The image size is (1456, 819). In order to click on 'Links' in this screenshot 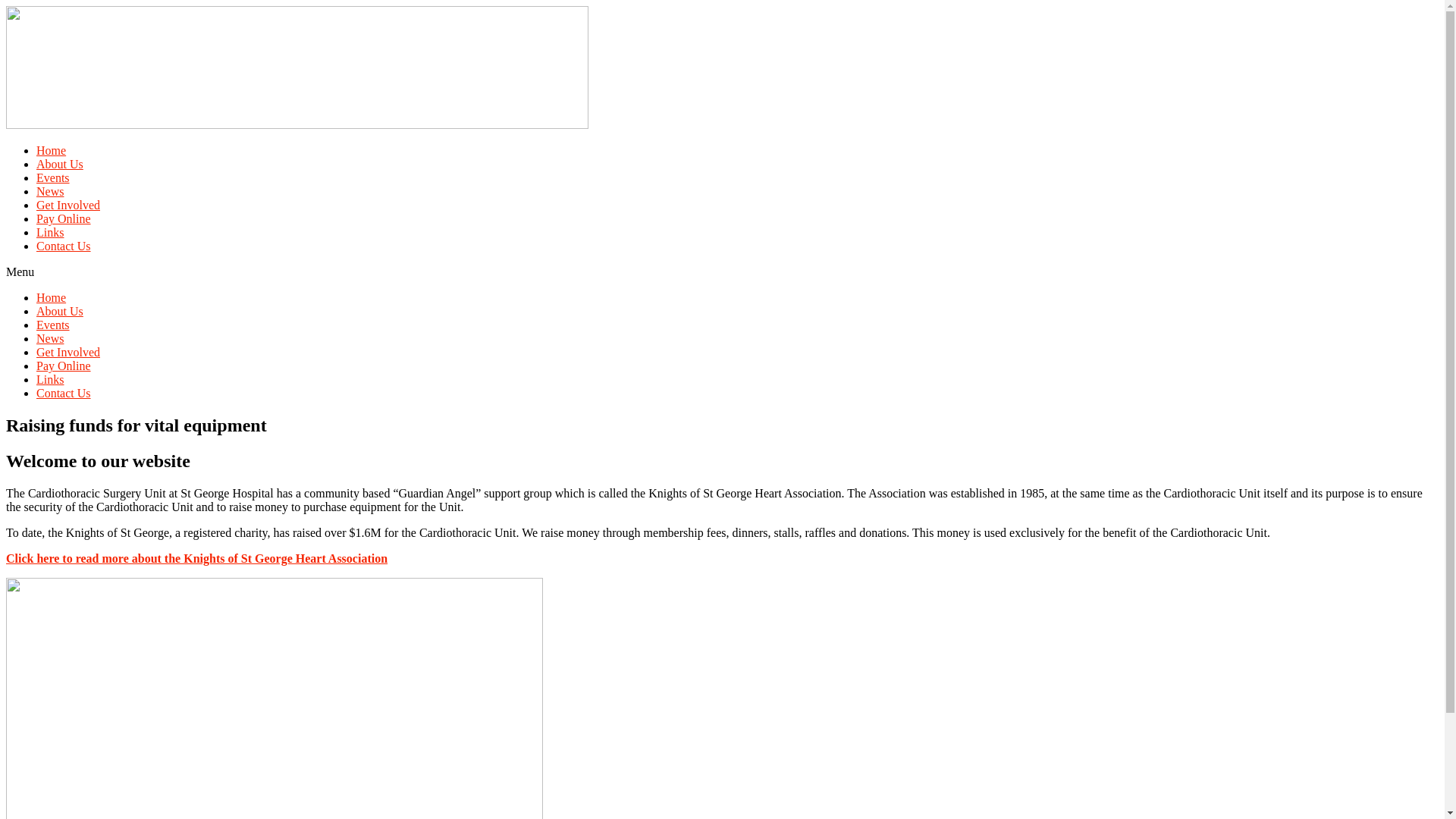, I will do `click(50, 232)`.